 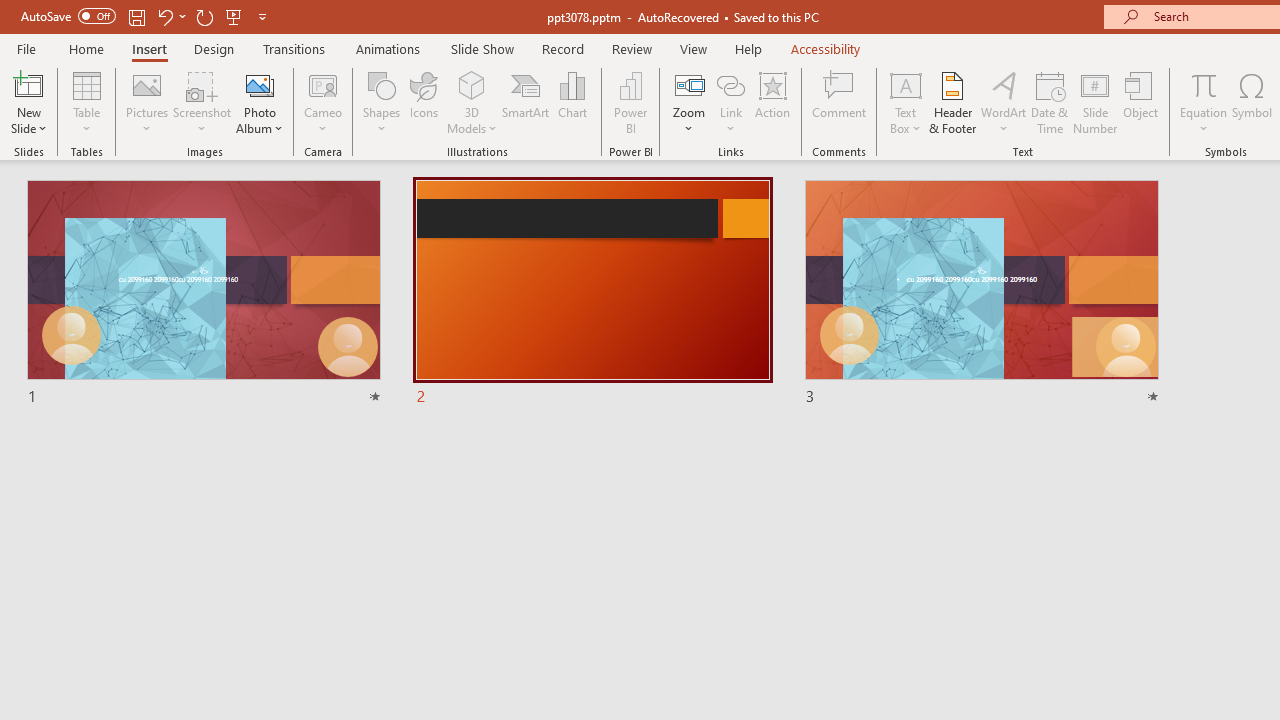 I want to click on 'Date & Time...', so click(x=1049, y=103).